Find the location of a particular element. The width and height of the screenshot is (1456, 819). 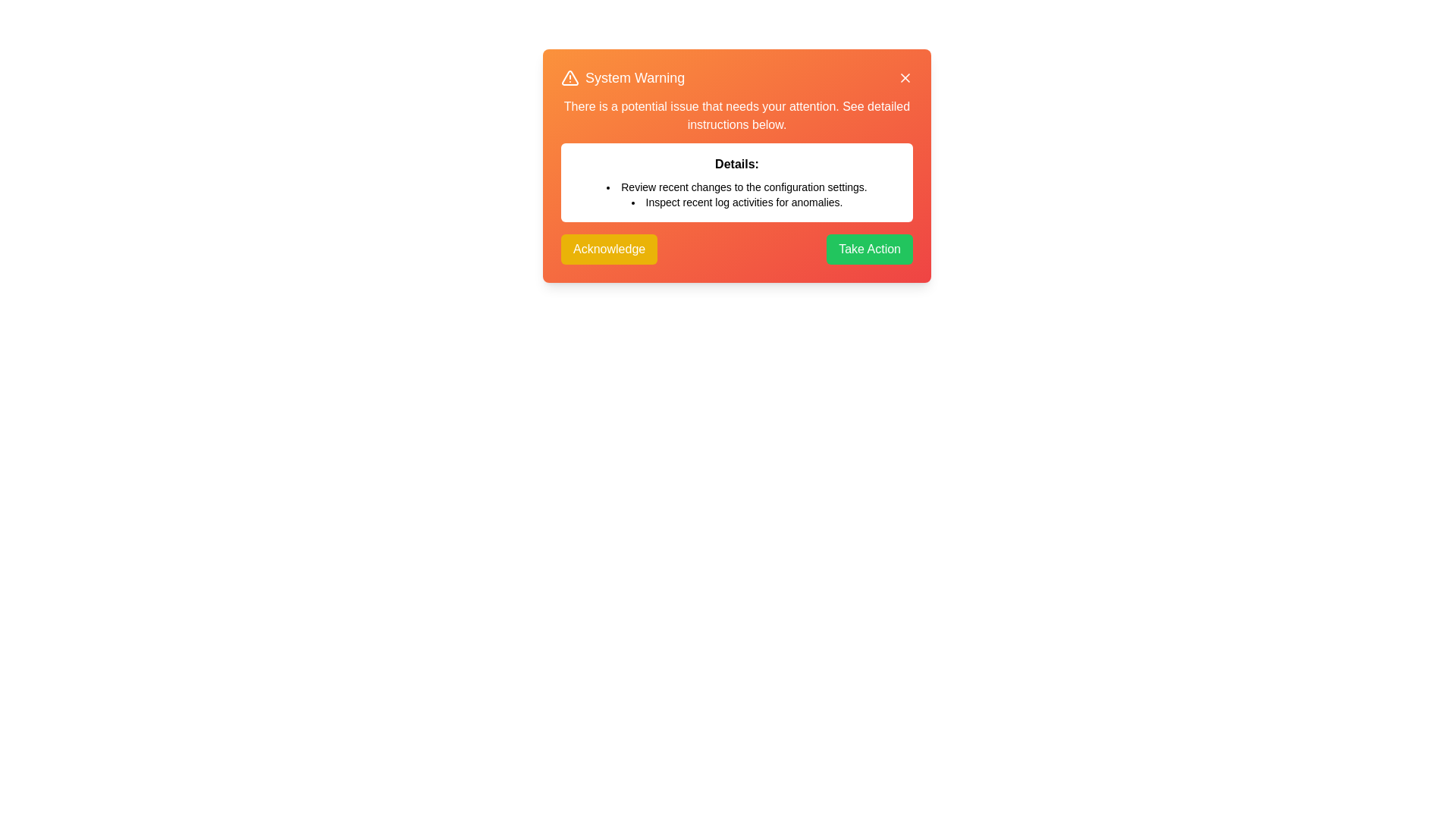

the triangular caution symbol with an orange background located at the upper left corner of the warning modal, adjacent to the 'System Warning' text is located at coordinates (570, 78).